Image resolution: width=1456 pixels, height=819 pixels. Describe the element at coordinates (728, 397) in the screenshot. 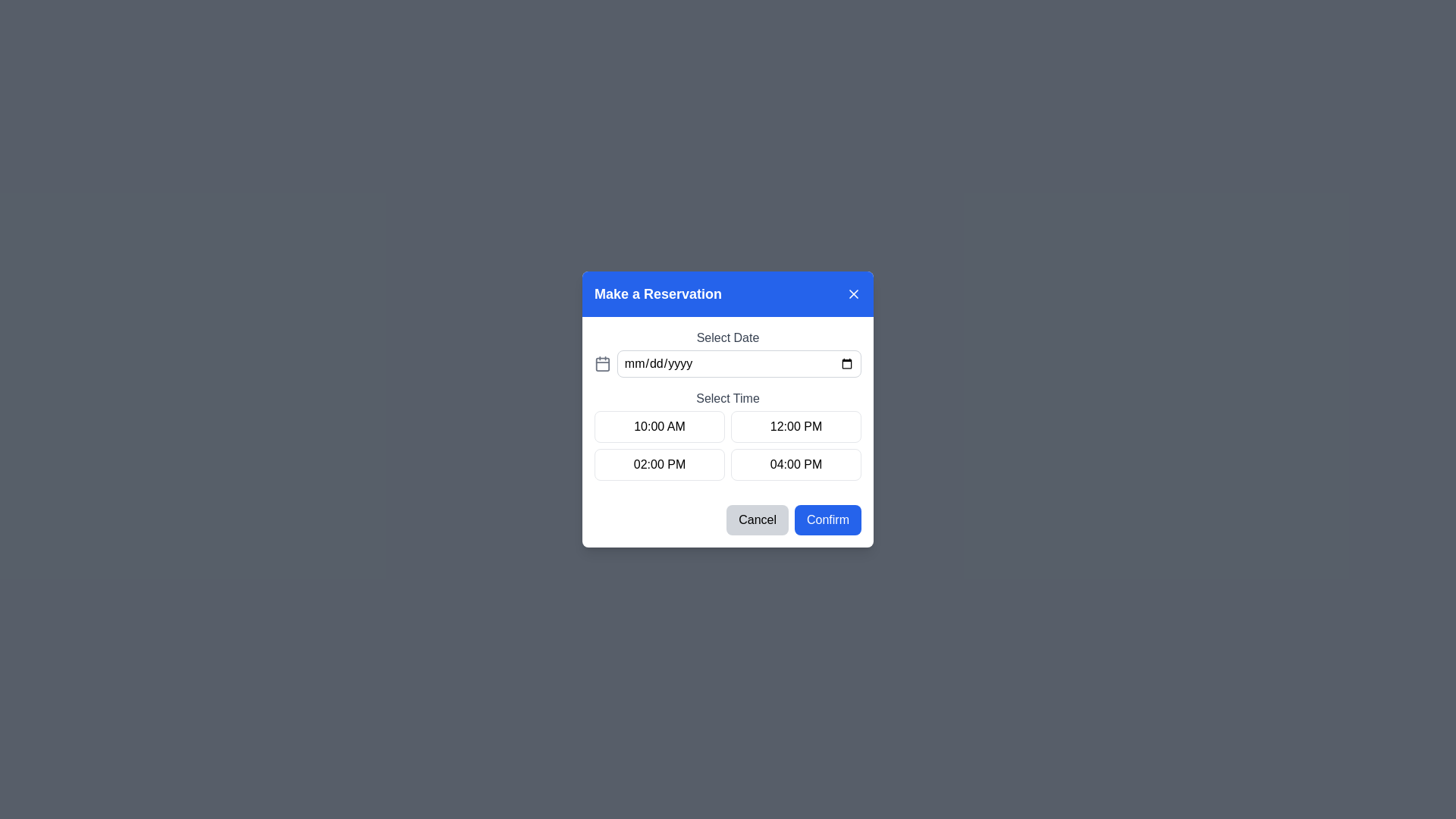

I see `the static text label that serves as a descriptive heading for the time selection options, located at the center of the dialog box, just below the 'Select Date' section` at that location.